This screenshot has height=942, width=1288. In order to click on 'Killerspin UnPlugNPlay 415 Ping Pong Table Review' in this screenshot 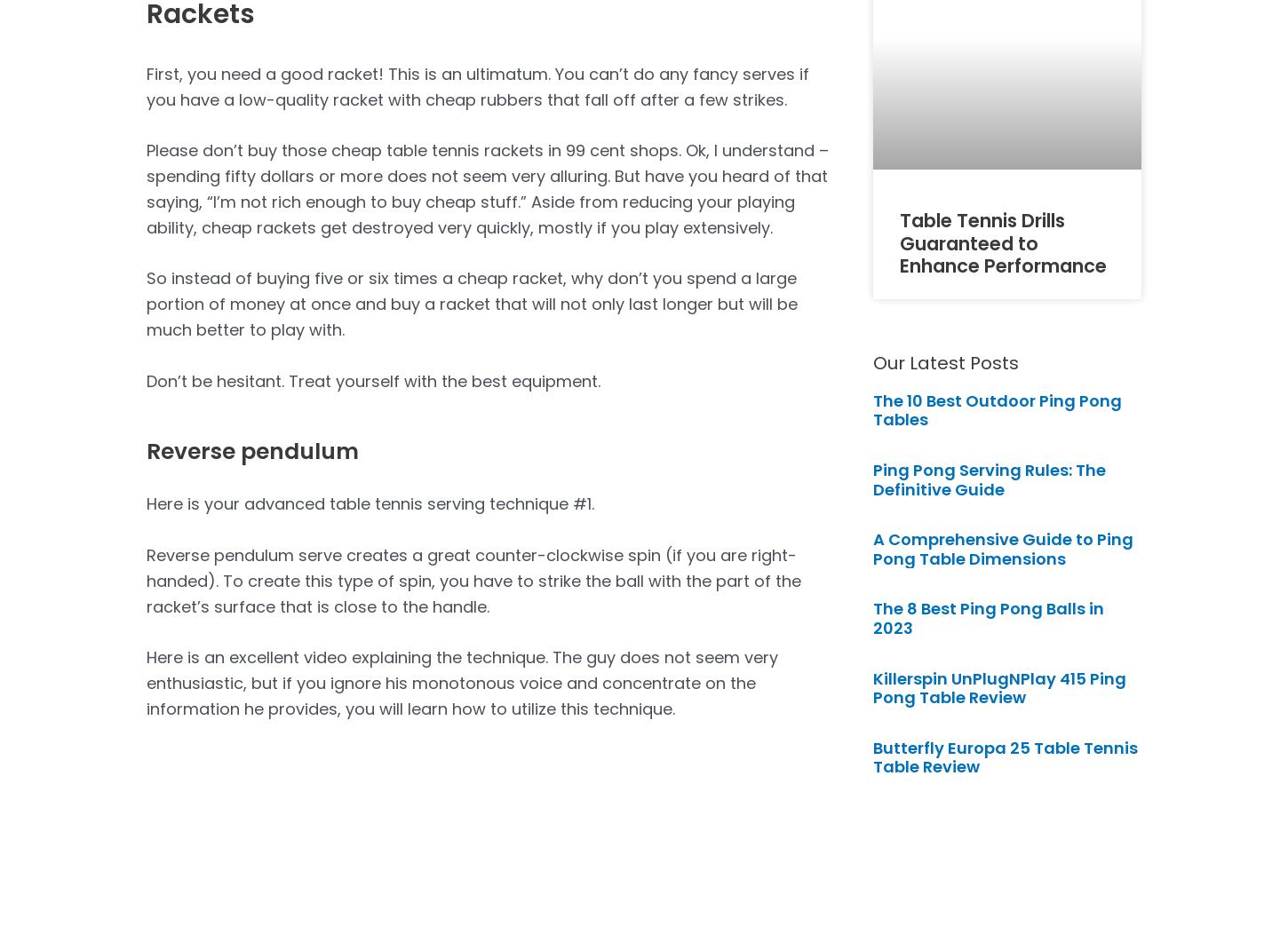, I will do `click(998, 687)`.